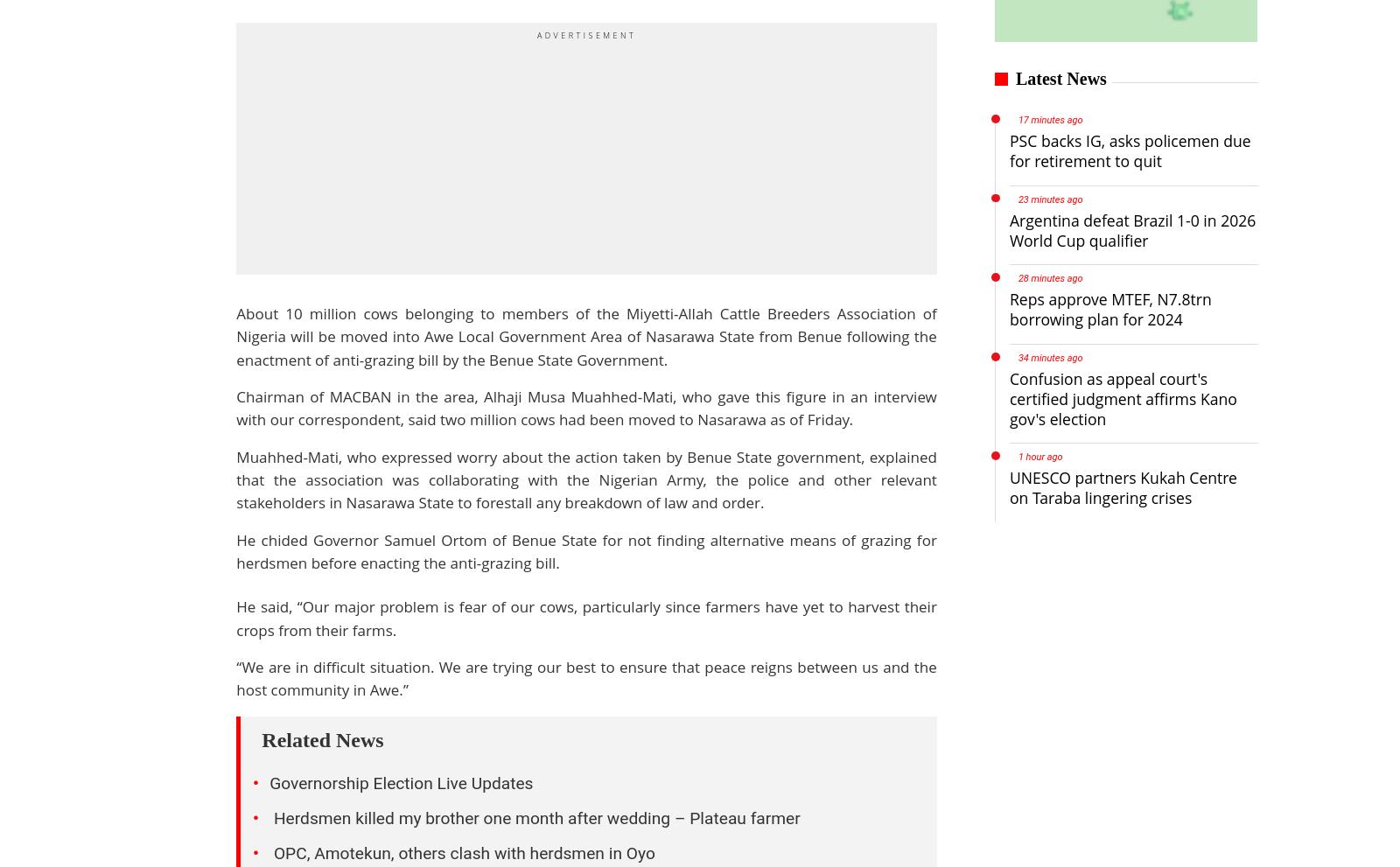 Image resolution: width=1400 pixels, height=867 pixels. What do you see at coordinates (564, 720) in the screenshot?
I see `'Campus Champion'` at bounding box center [564, 720].